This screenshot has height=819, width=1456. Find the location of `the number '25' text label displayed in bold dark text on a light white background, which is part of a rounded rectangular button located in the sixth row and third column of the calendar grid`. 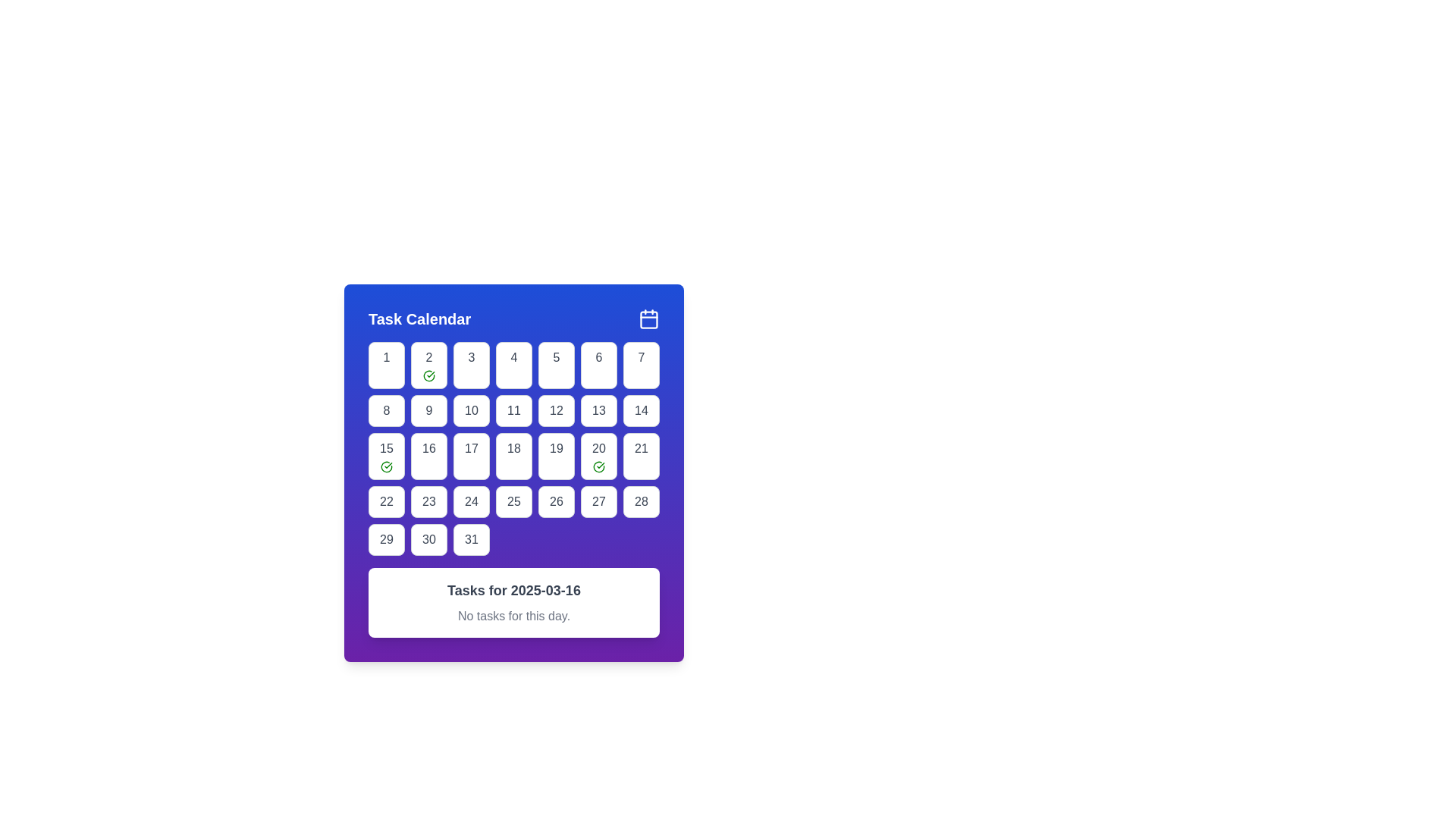

the number '25' text label displayed in bold dark text on a light white background, which is part of a rounded rectangular button located in the sixth row and third column of the calendar grid is located at coordinates (513, 502).